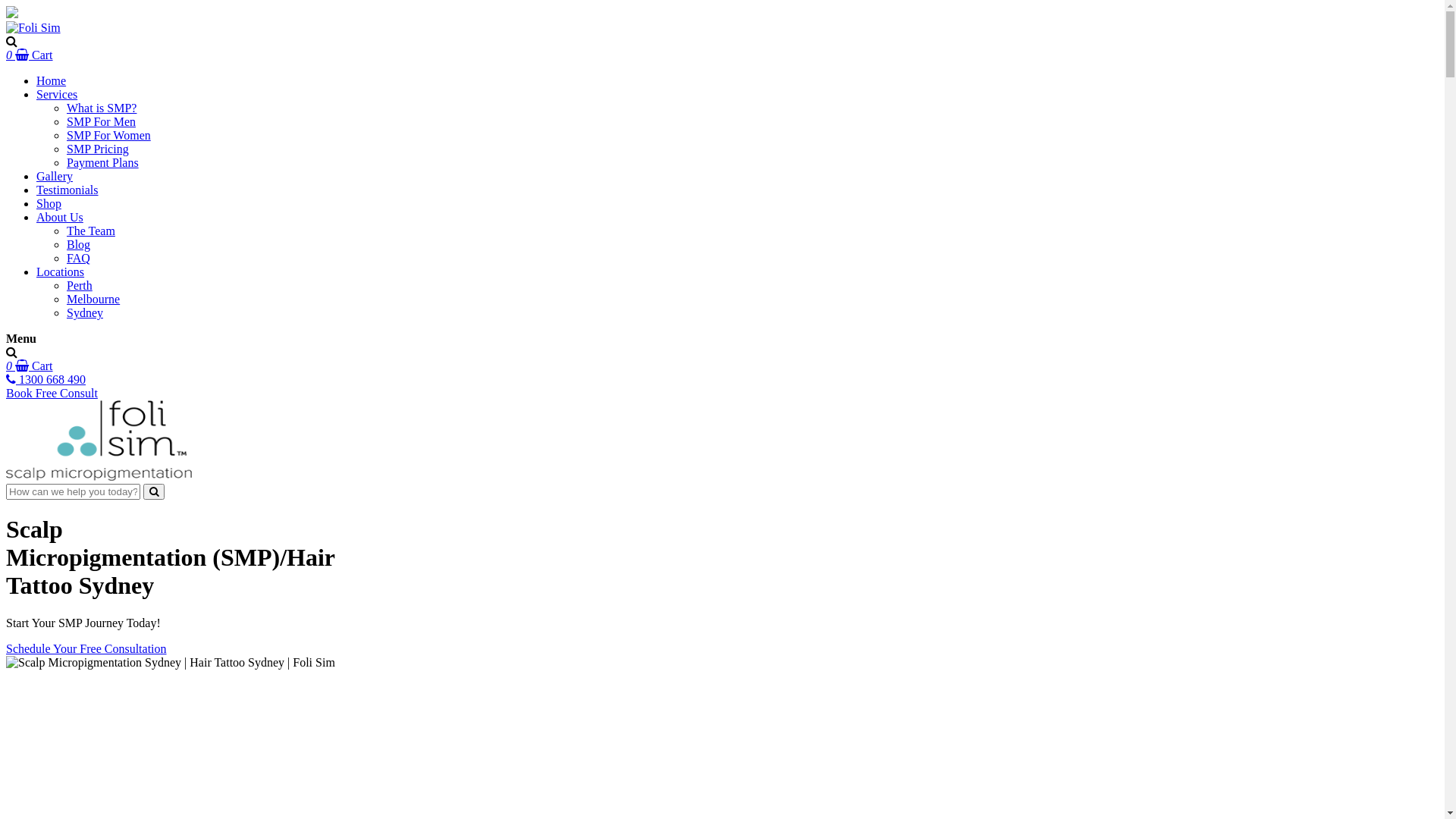  Describe the element at coordinates (36, 271) in the screenshot. I see `'Locations'` at that location.